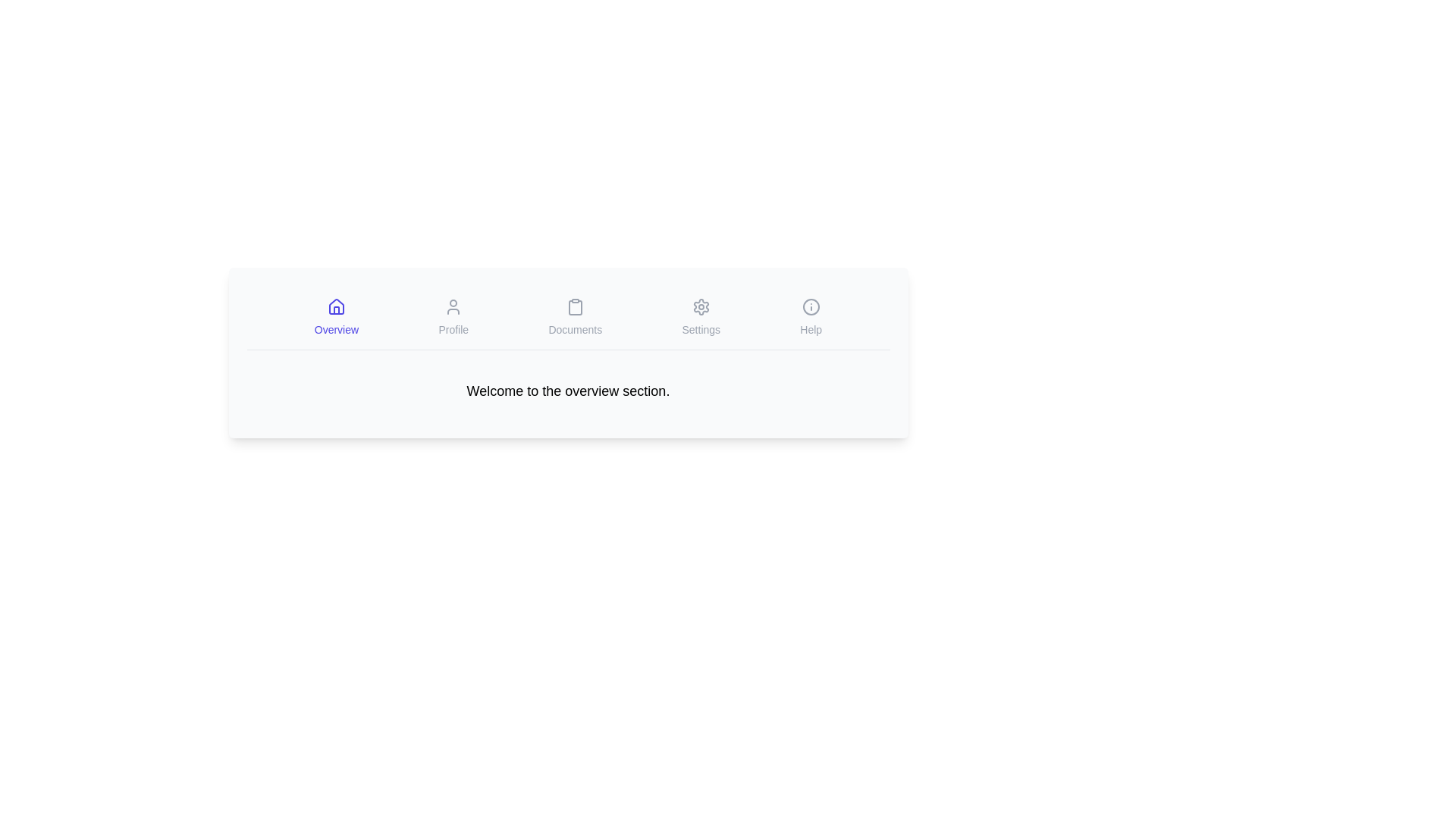  I want to click on the text label that displays 'Welcome to the overview section.' which is located beneath the navigation options in the header layout, so click(567, 391).